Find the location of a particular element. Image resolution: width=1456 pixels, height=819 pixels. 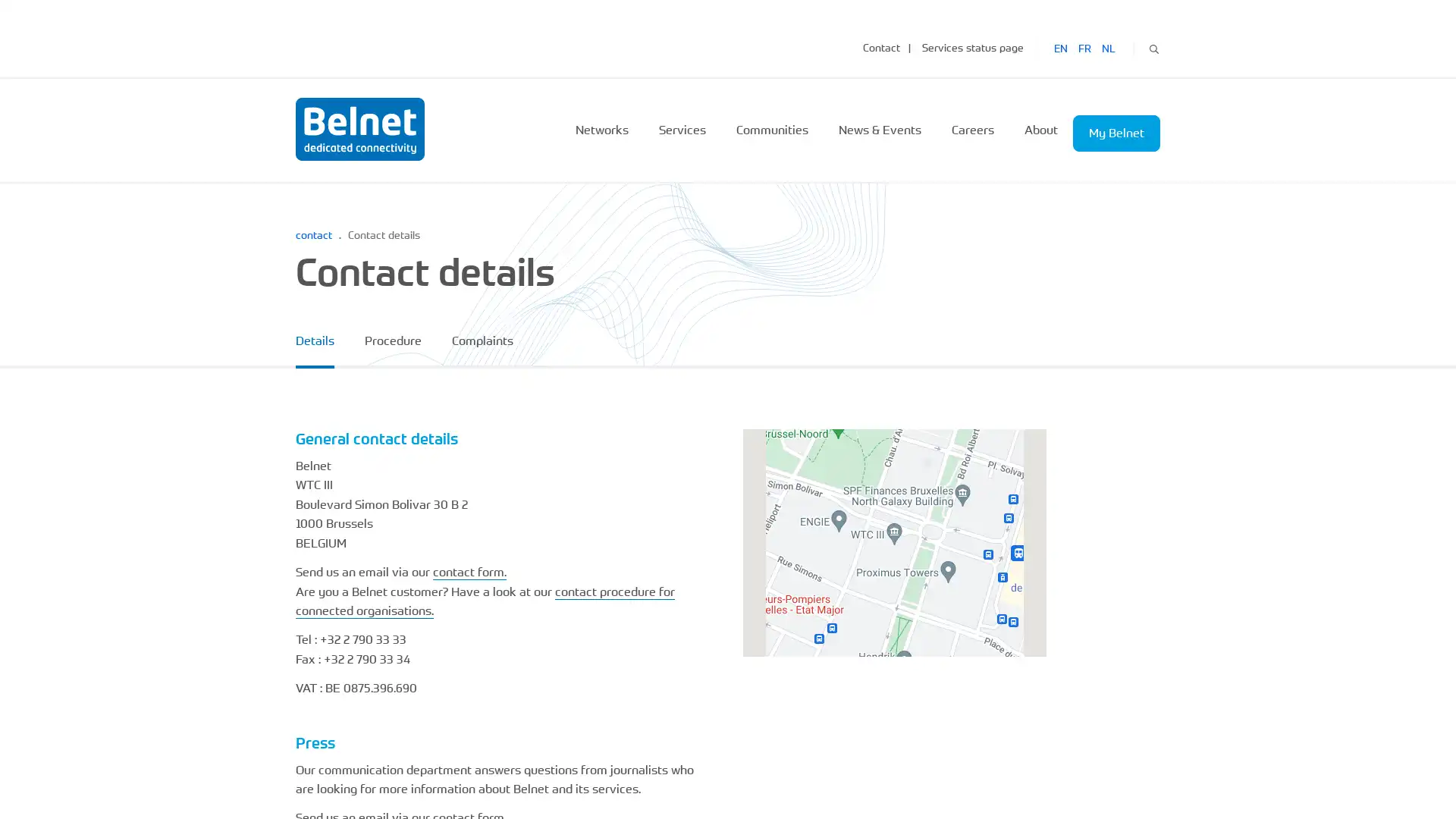

Search is located at coordinates (1153, 46).